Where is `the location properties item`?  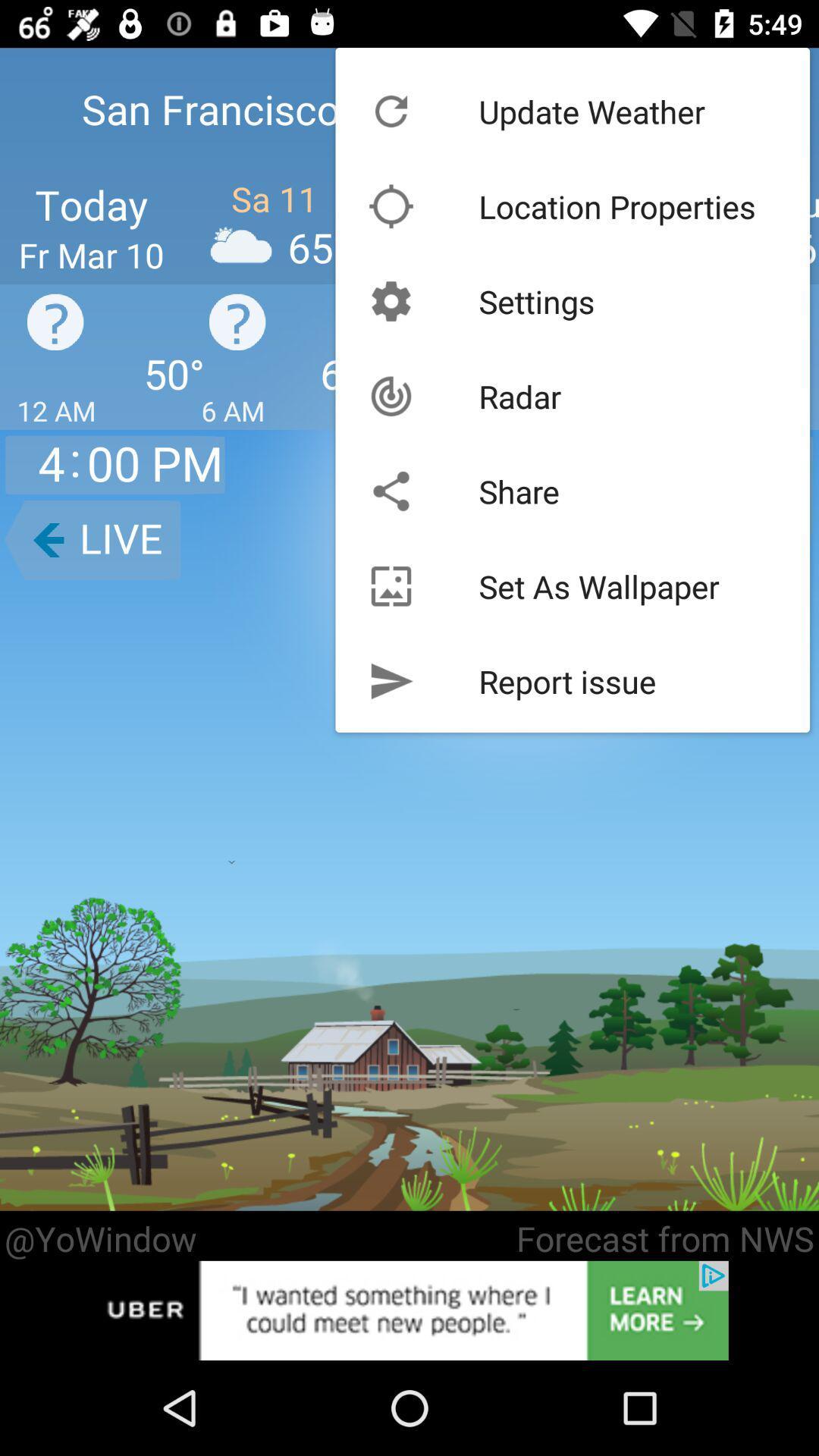 the location properties item is located at coordinates (617, 206).